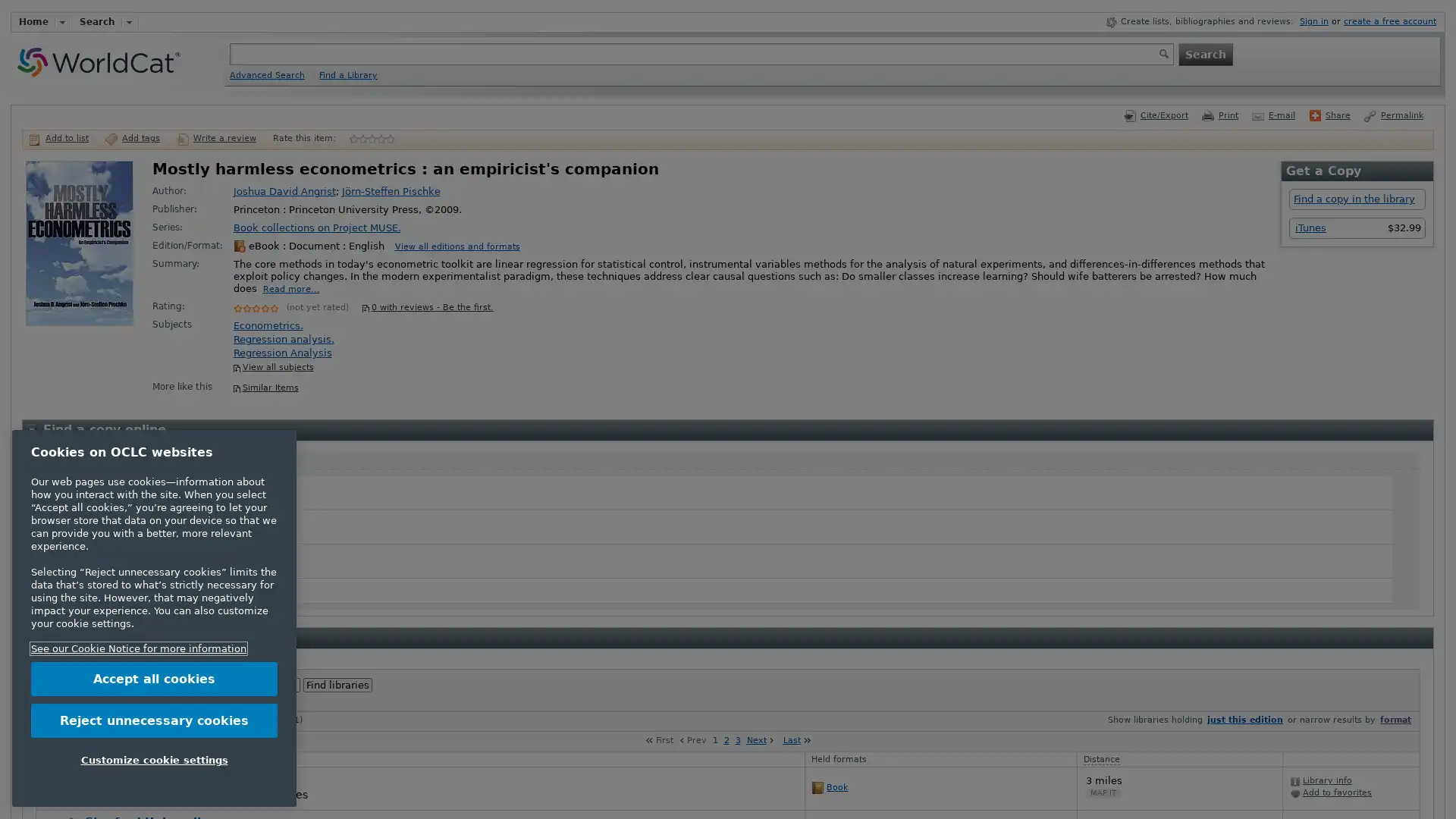 The image size is (1456, 819). Describe the element at coordinates (154, 719) in the screenshot. I see `Reject unnecessary cookies` at that location.